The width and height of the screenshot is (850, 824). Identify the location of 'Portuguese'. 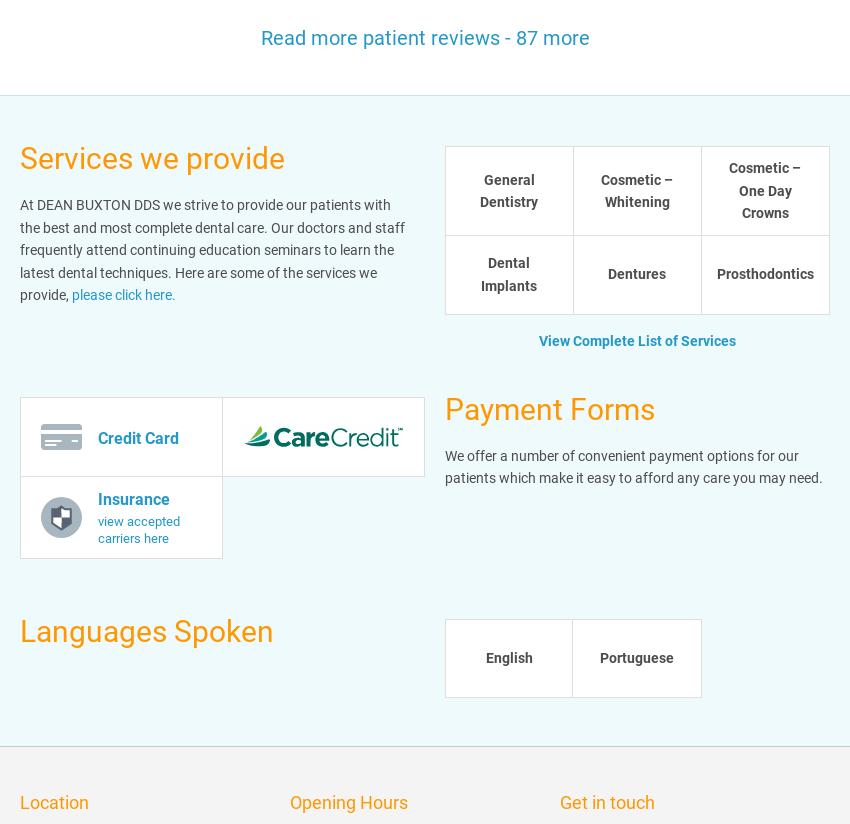
(597, 657).